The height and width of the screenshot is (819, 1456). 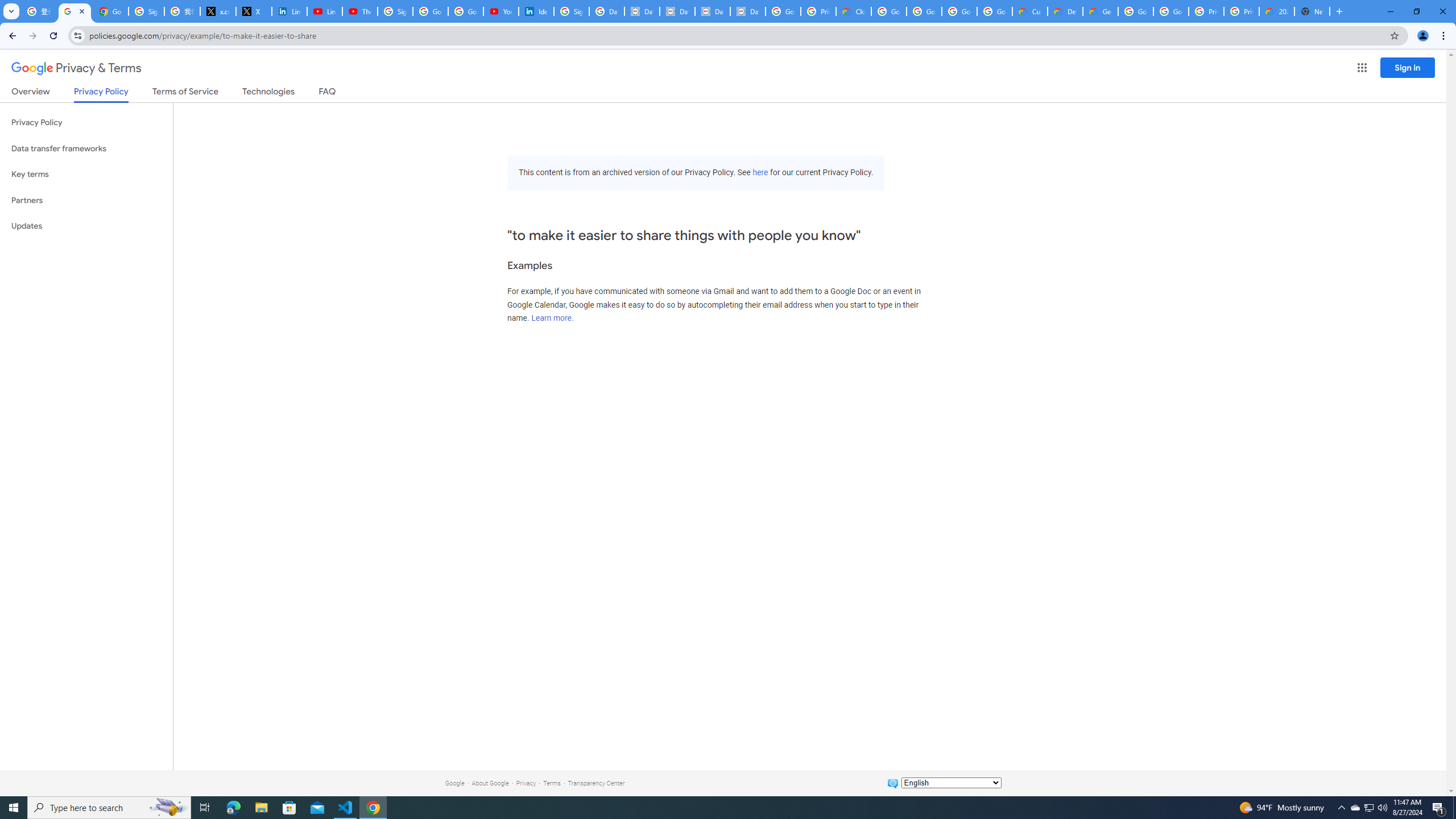 I want to click on 'Learn more.', so click(x=552, y=318).